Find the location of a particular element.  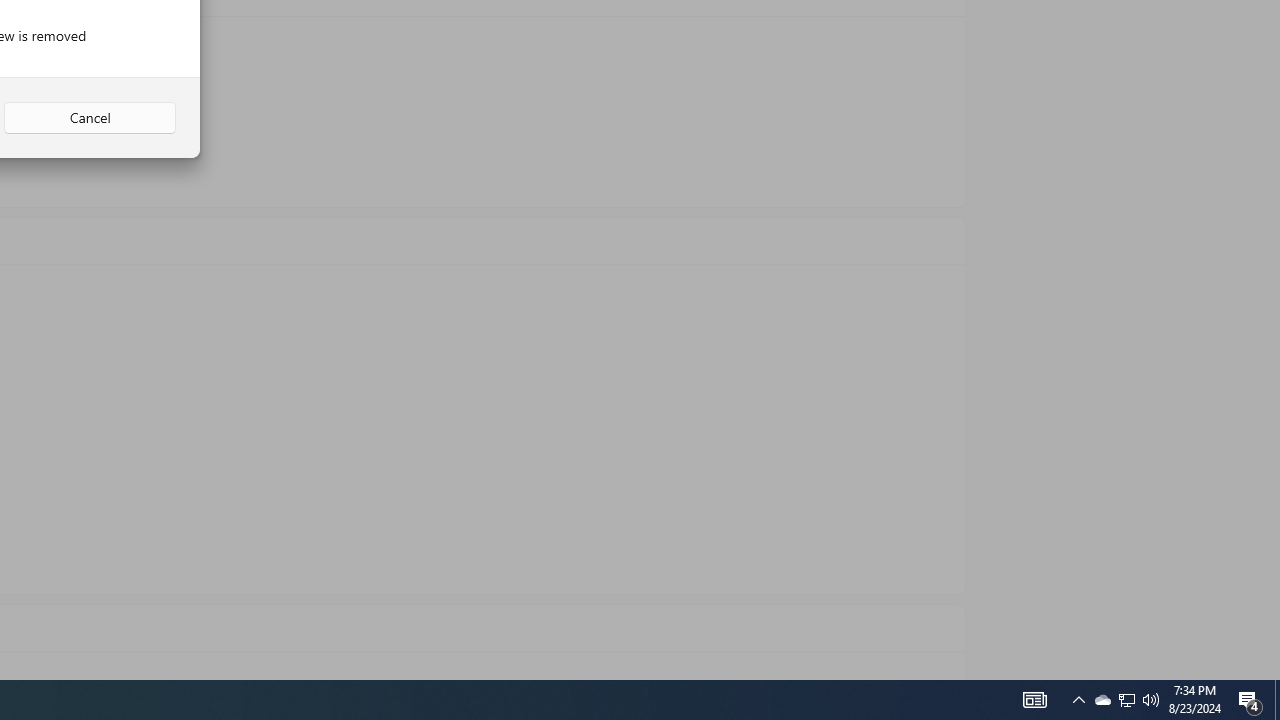

'Cancel' is located at coordinates (89, 118).